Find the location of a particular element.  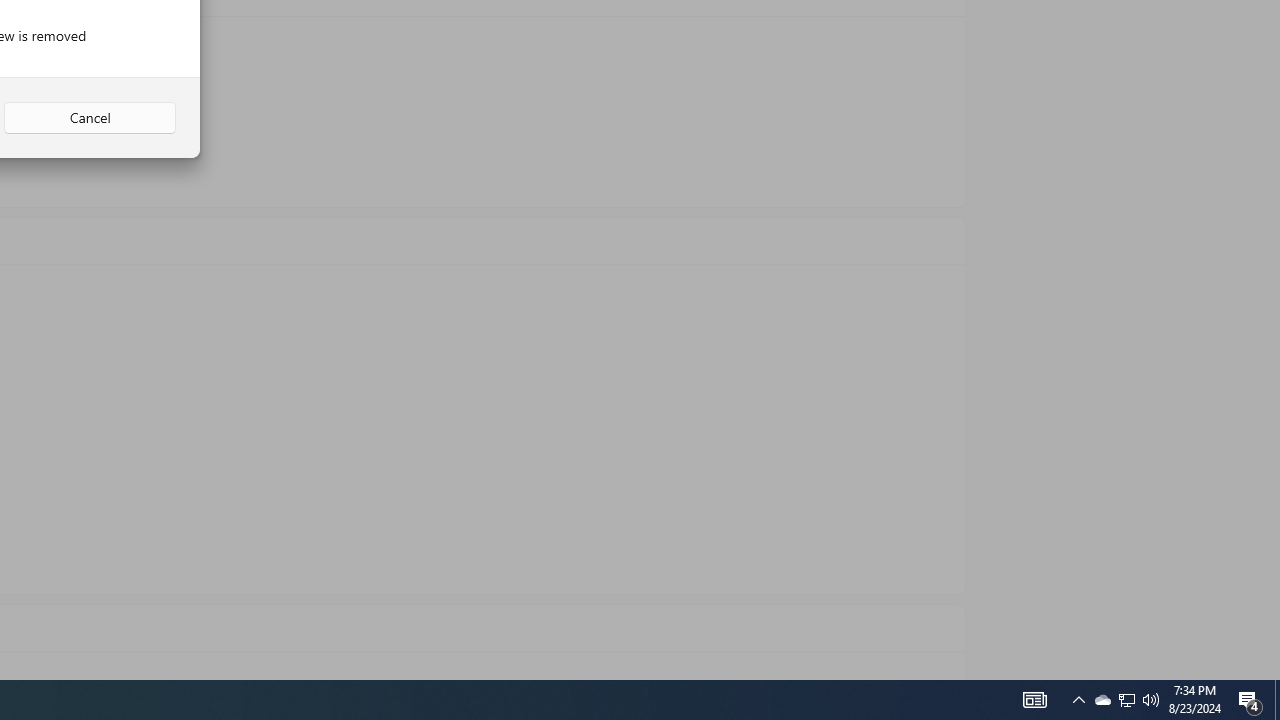

'Cancel' is located at coordinates (89, 118).